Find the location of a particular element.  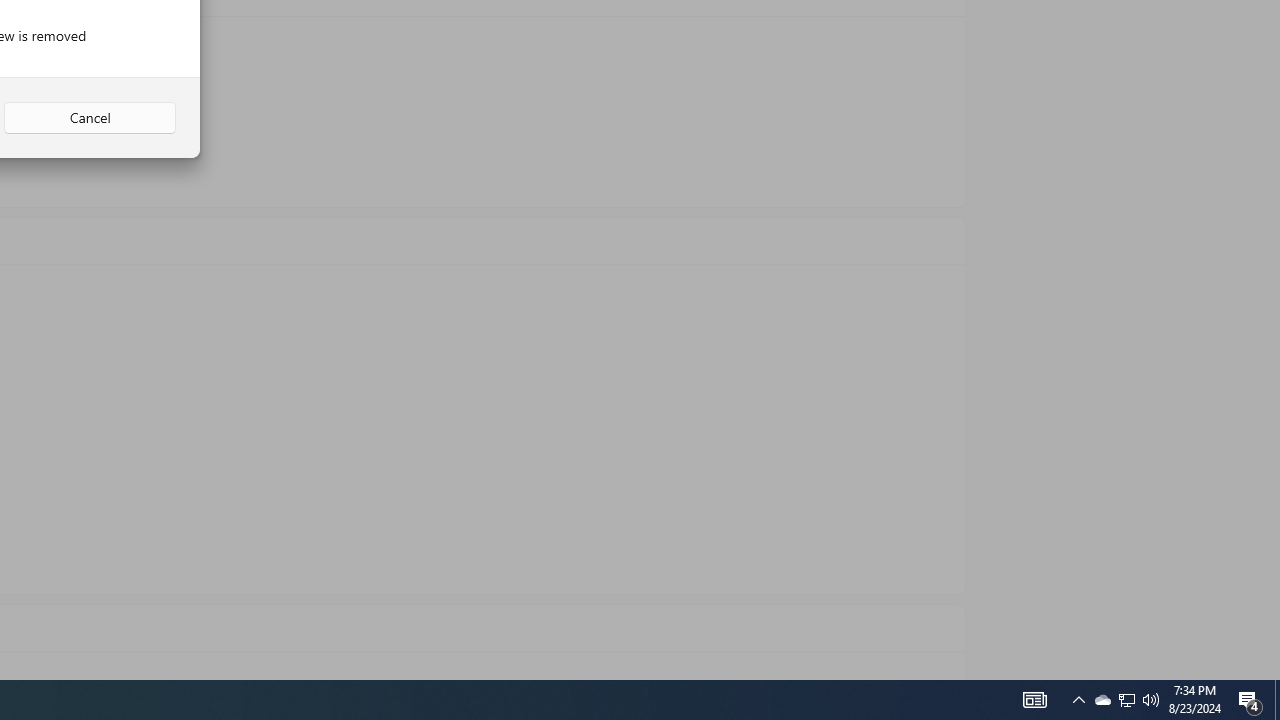

'Cancel' is located at coordinates (89, 118).